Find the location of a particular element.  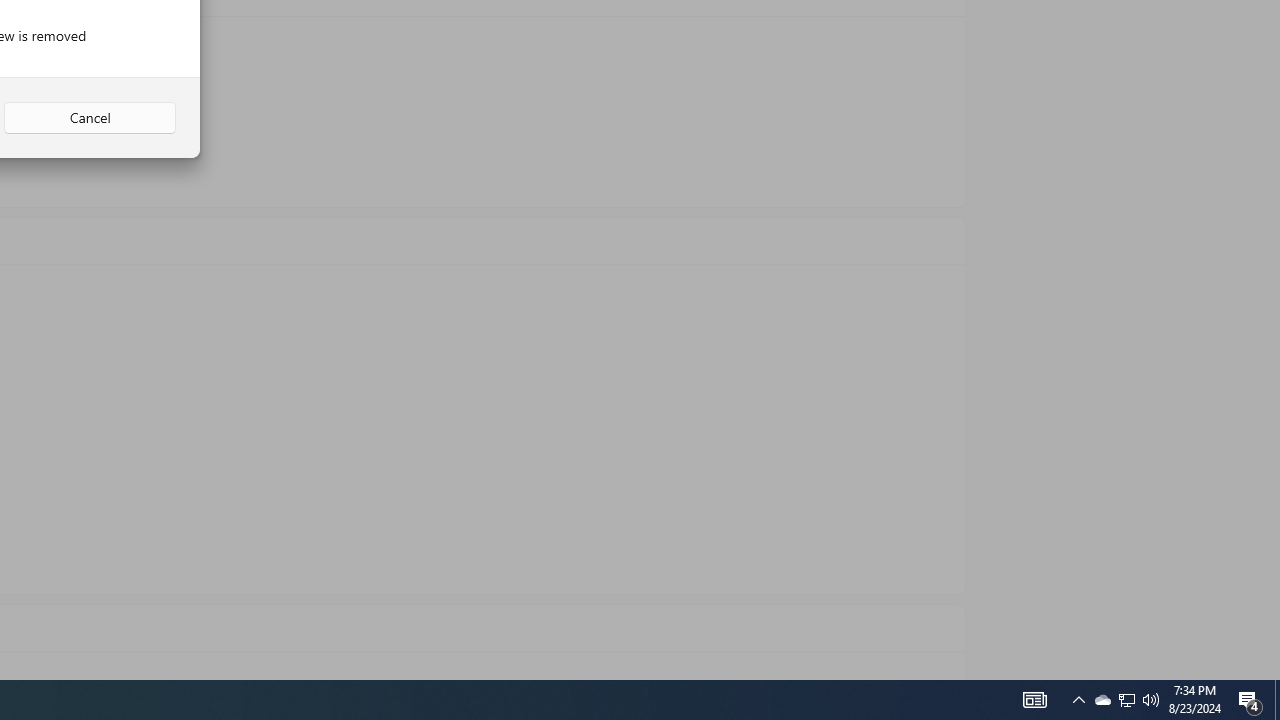

'Cancel' is located at coordinates (89, 118).